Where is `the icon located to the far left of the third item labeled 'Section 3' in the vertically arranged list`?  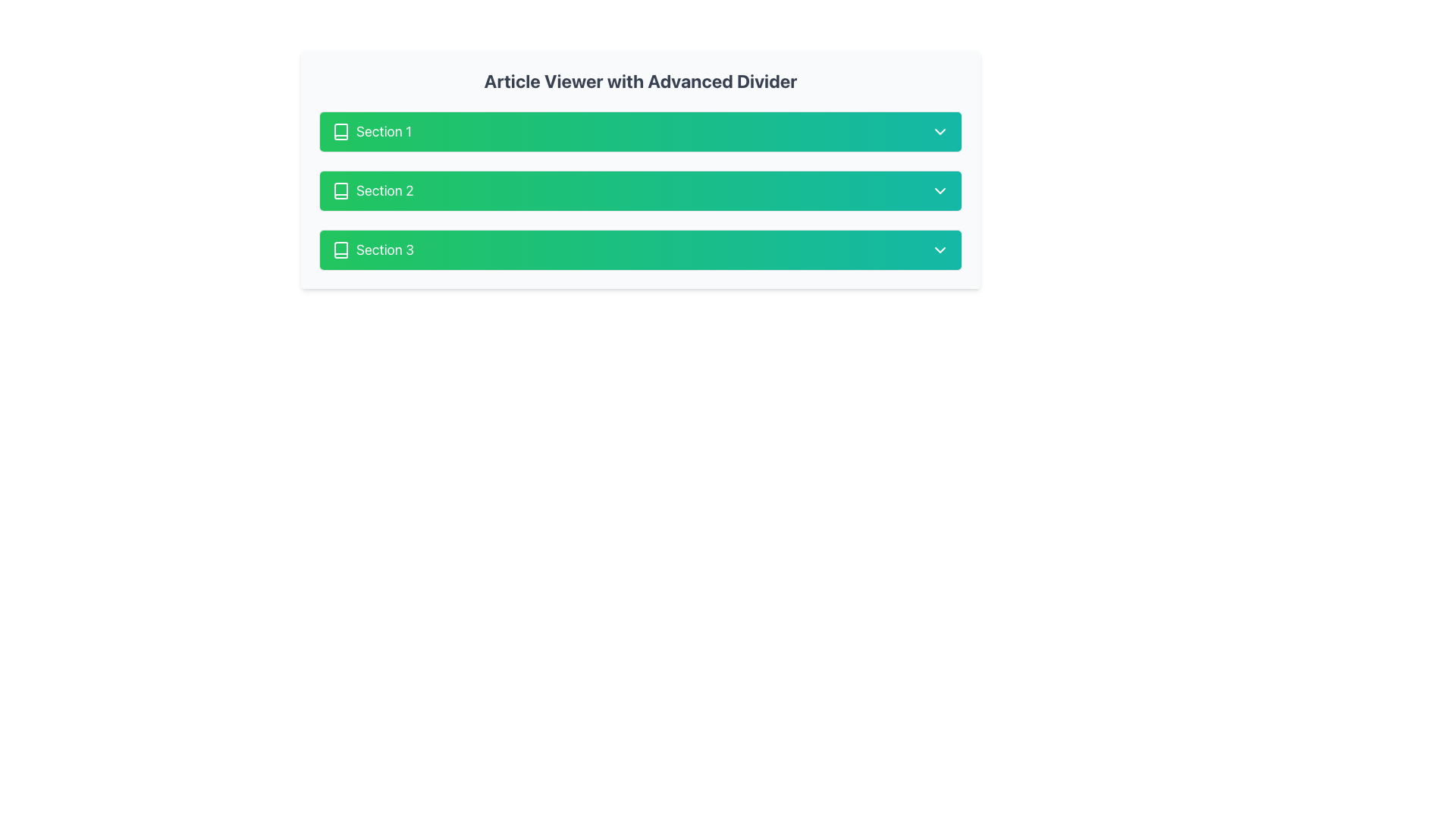 the icon located to the far left of the third item labeled 'Section 3' in the vertically arranged list is located at coordinates (340, 249).